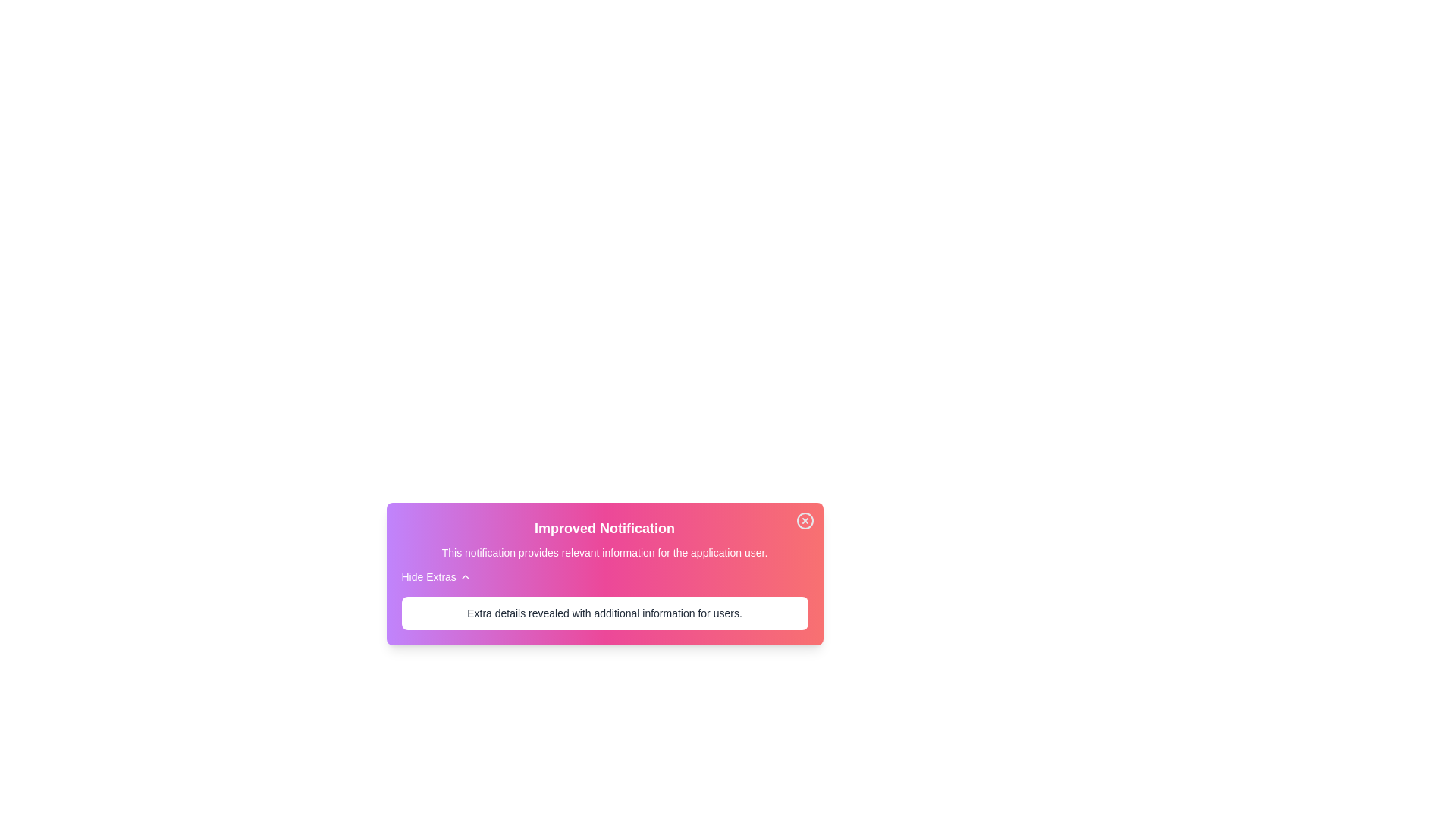  Describe the element at coordinates (435, 576) in the screenshot. I see `the 'Hide Extras' button to toggle the visibility of the extra details` at that location.